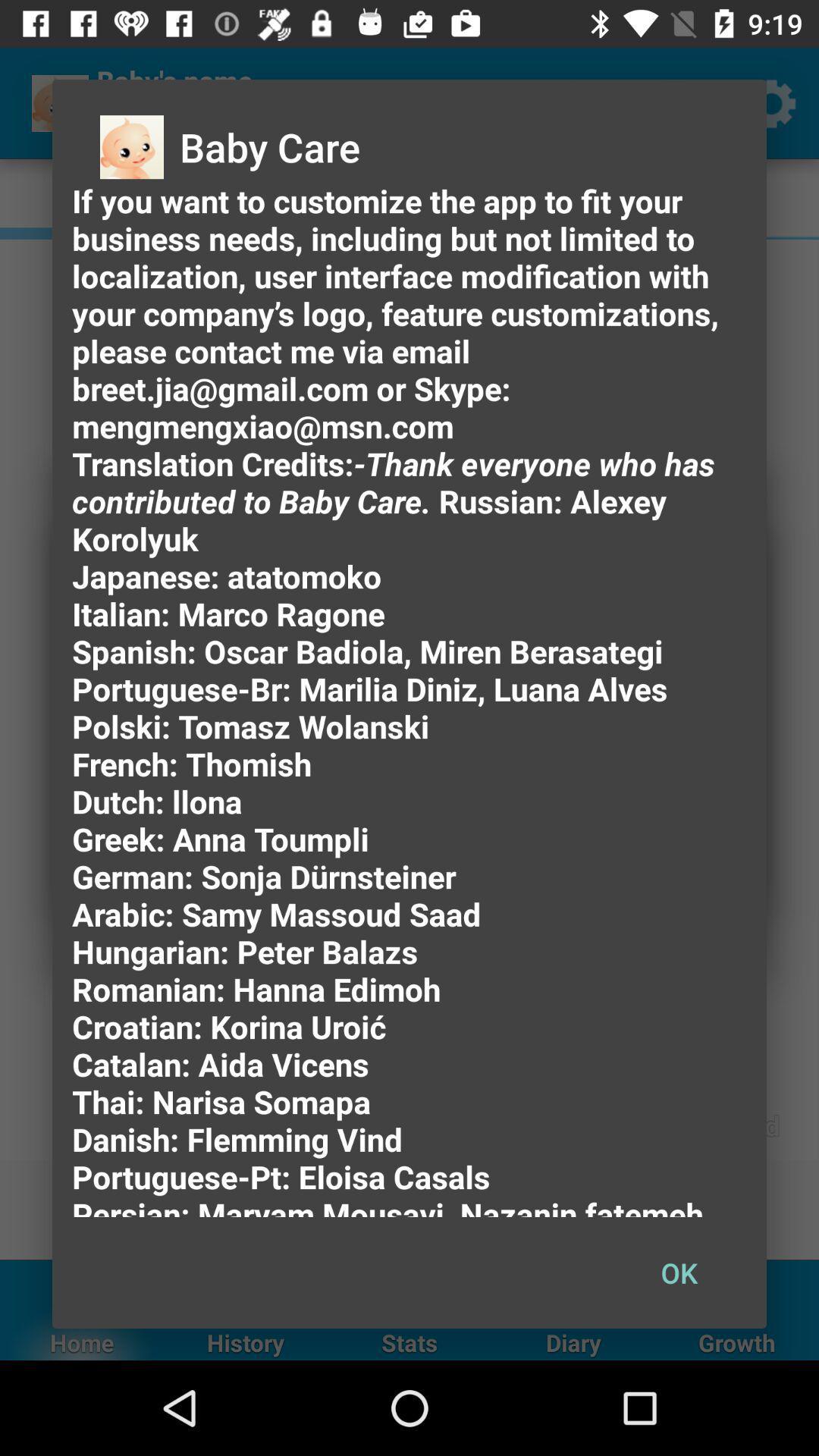  Describe the element at coordinates (678, 1272) in the screenshot. I see `the ok` at that location.